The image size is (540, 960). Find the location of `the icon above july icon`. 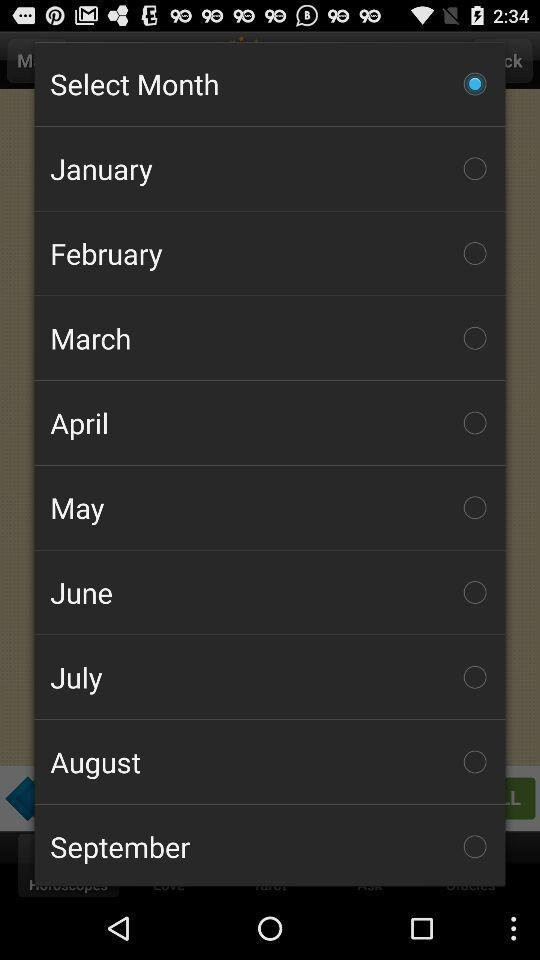

the icon above july icon is located at coordinates (270, 592).